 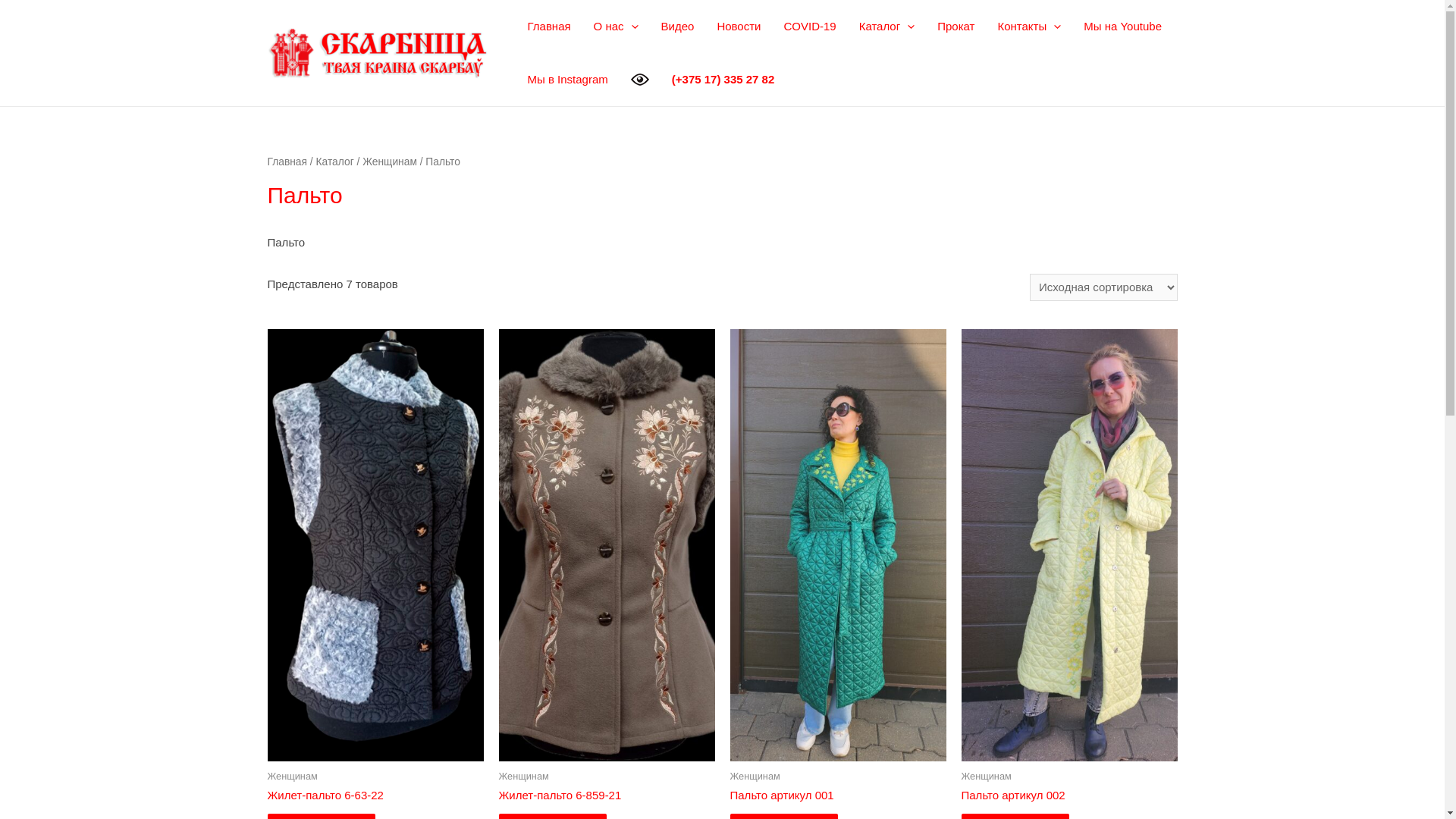 I want to click on '(+375 17) 335 27 82', so click(x=660, y=79).